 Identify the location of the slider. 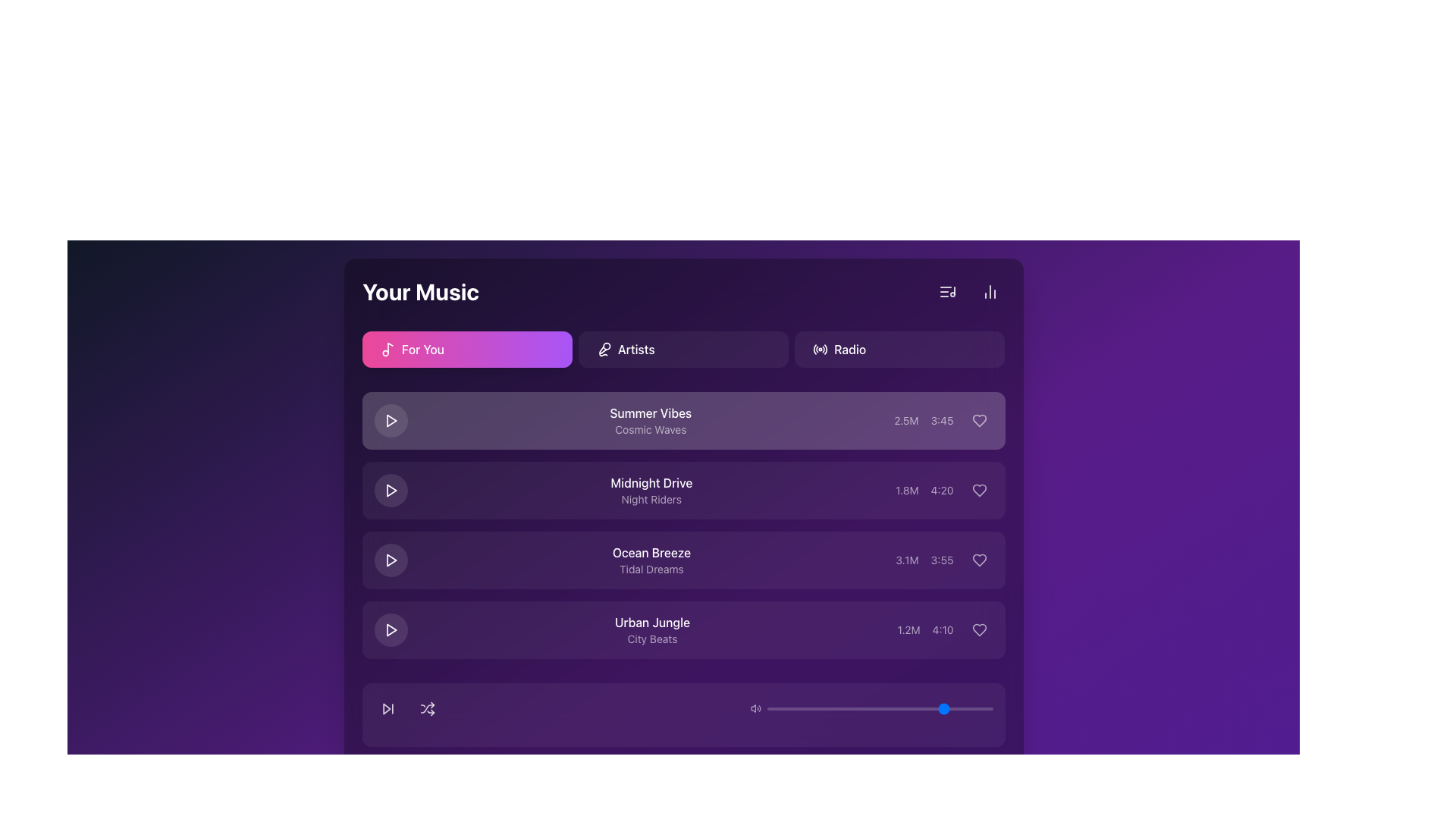
(767, 708).